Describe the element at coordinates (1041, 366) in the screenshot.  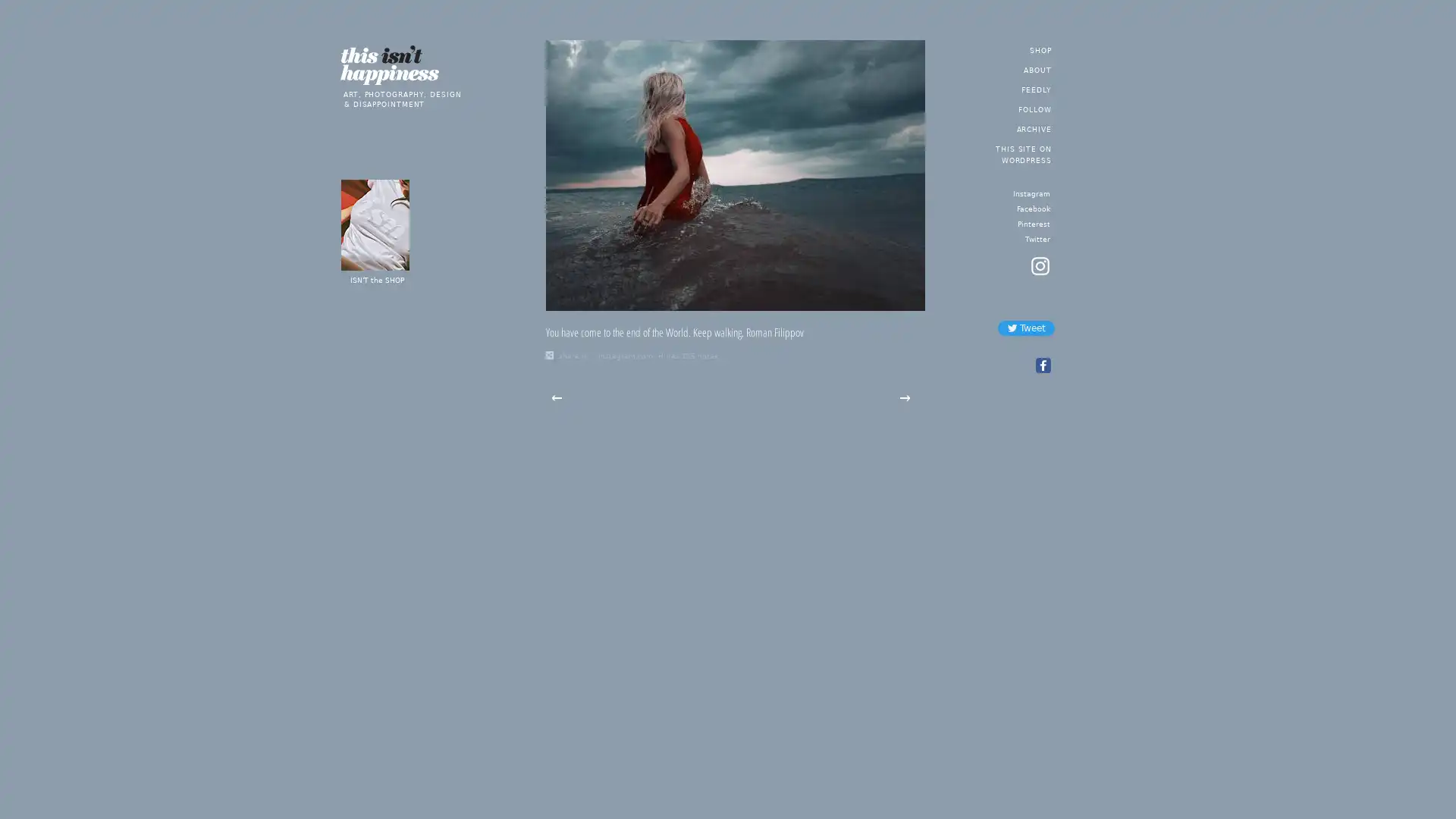
I see `Share to Facebook` at that location.